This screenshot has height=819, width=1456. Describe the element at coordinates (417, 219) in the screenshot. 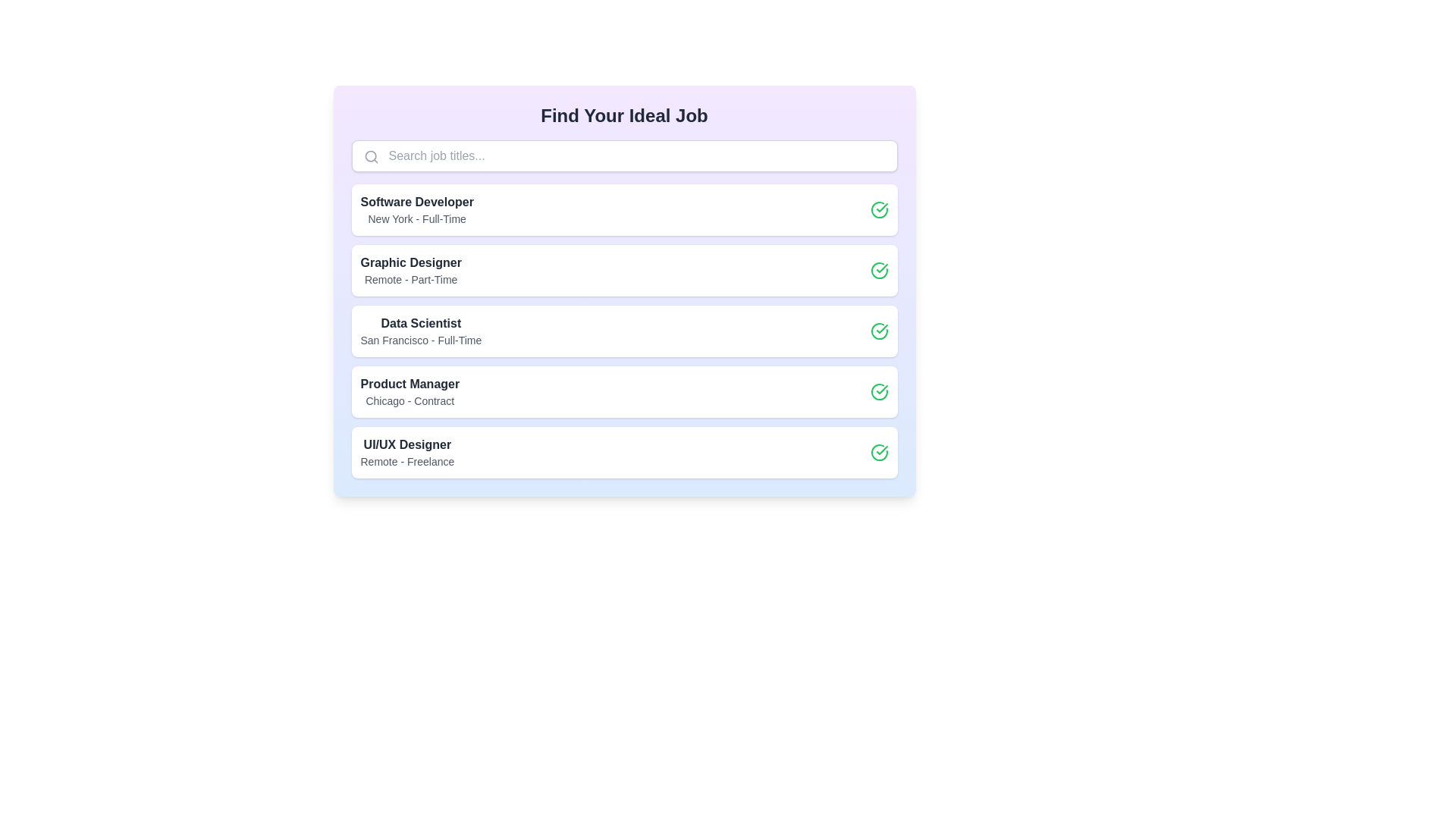

I see `the non-interactive text label that provides details about the job 'Software Developer' located in New York, which is positioned below the job title in the first job entry` at that location.